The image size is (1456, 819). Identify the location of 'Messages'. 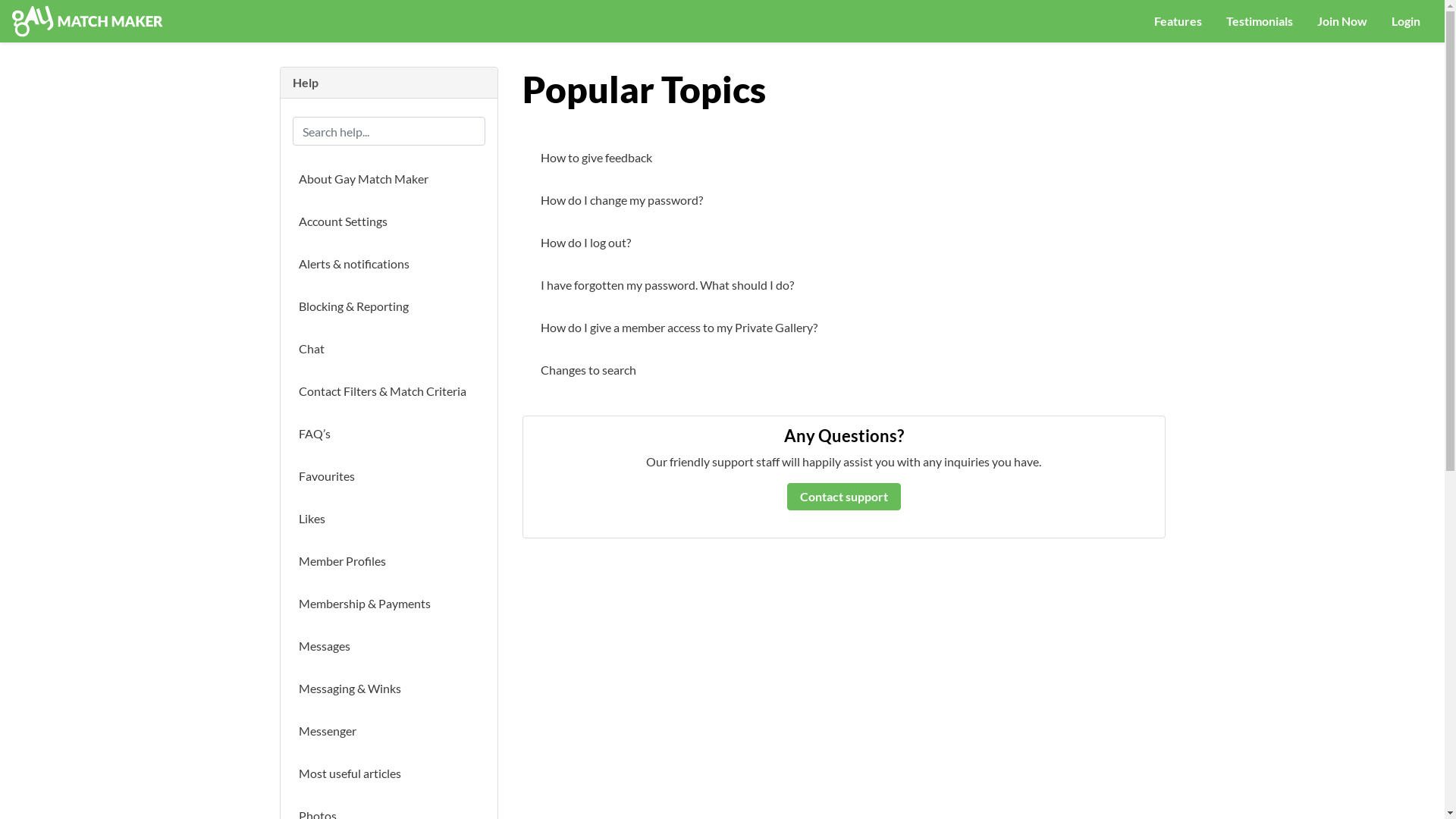
(389, 646).